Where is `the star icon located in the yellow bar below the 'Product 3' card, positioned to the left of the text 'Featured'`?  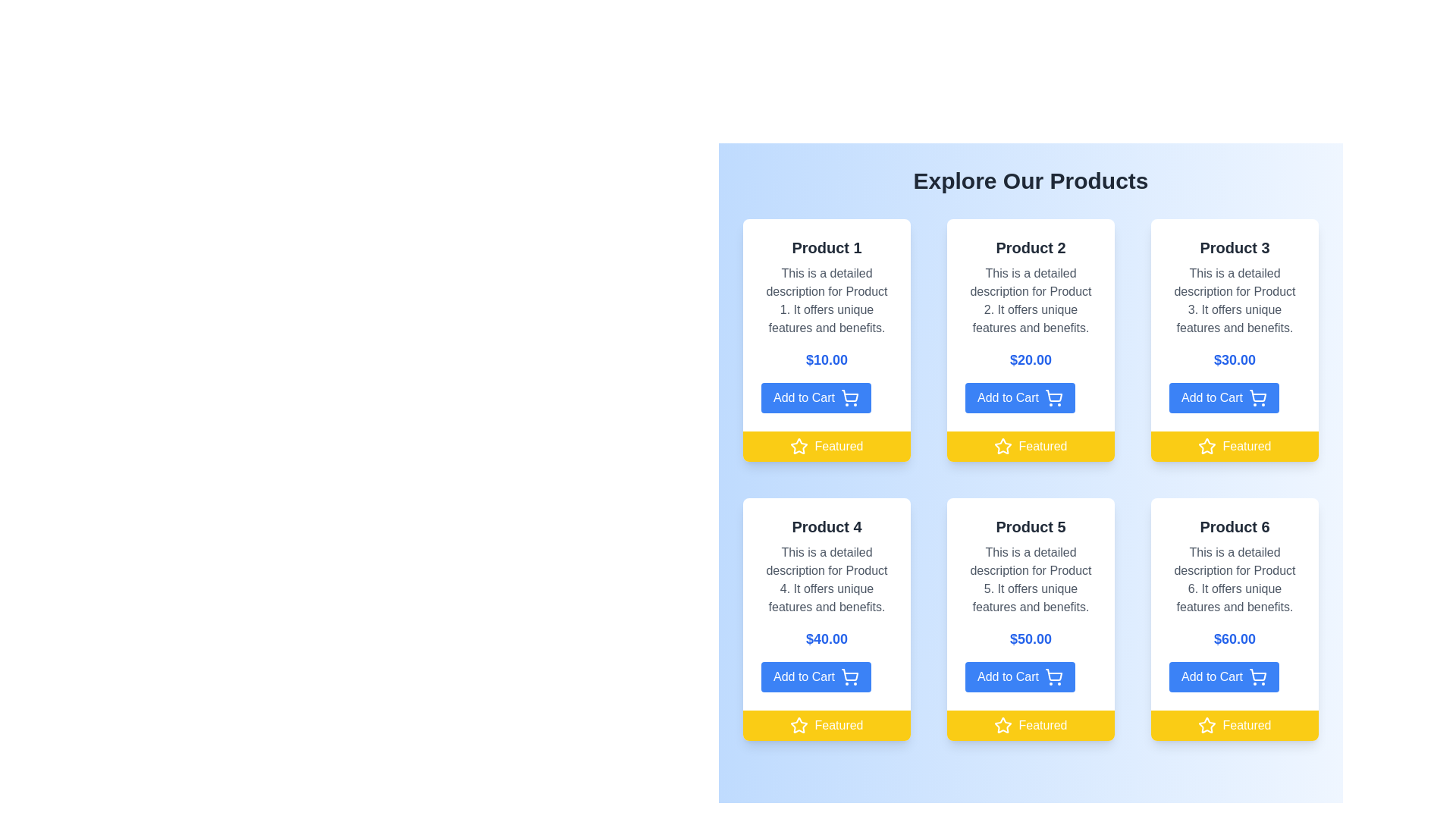 the star icon located in the yellow bar below the 'Product 3' card, positioned to the left of the text 'Featured' is located at coordinates (1207, 446).